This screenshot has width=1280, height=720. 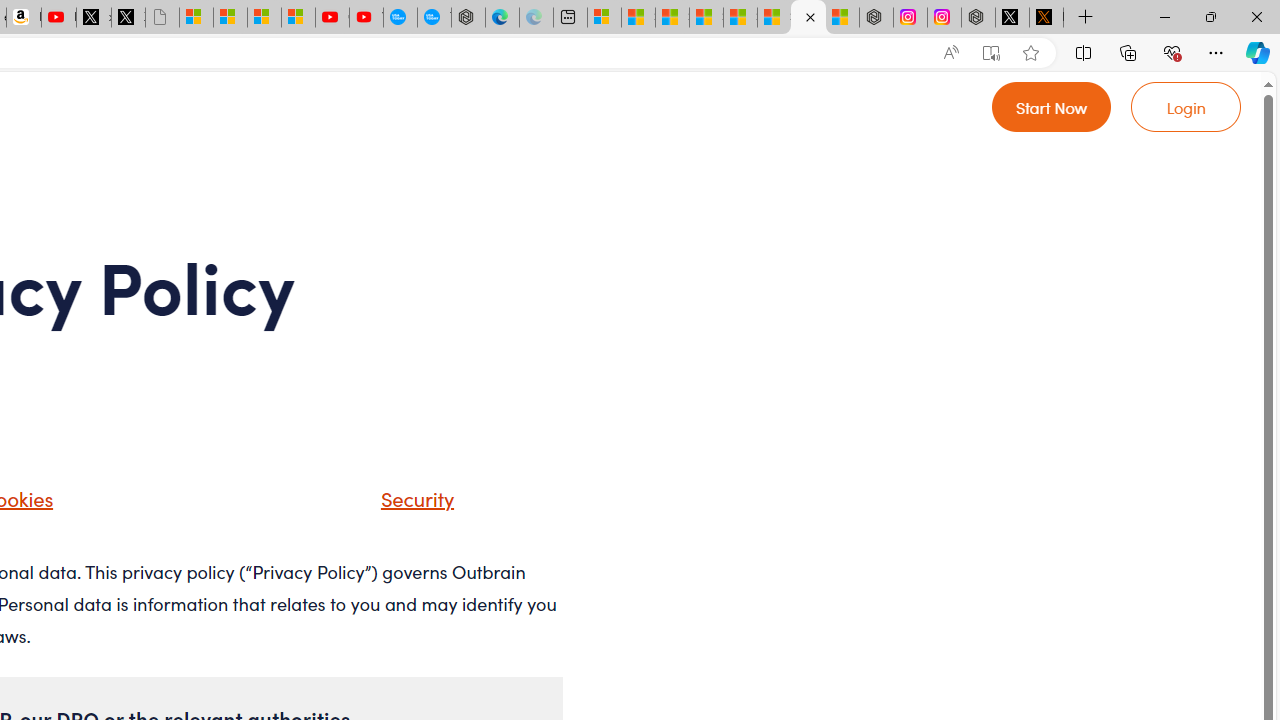 I want to click on 'Enter Immersive Reader (F9)', so click(x=991, y=52).